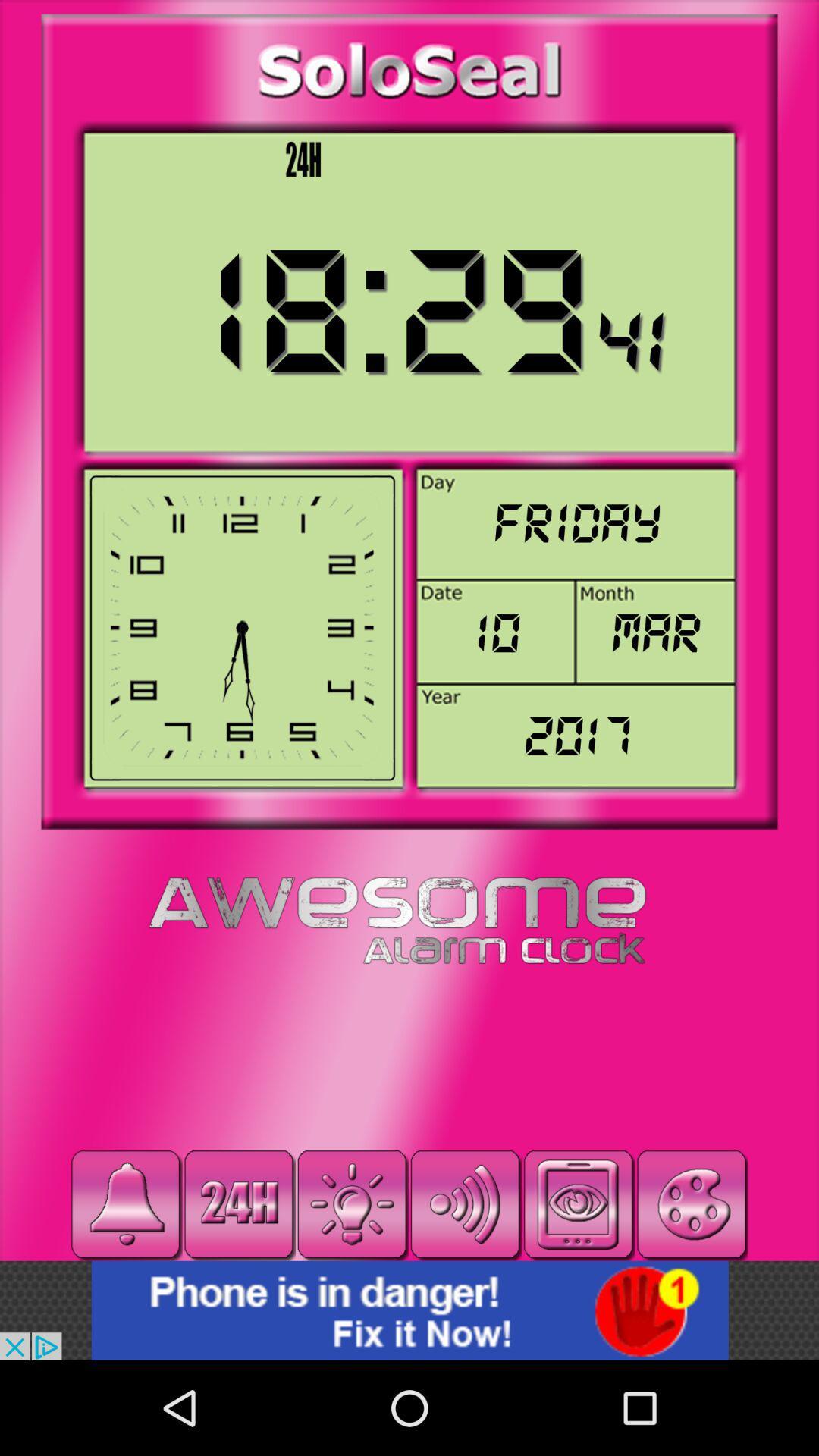 The width and height of the screenshot is (819, 1456). What do you see at coordinates (352, 1203) in the screenshot?
I see `change brightness` at bounding box center [352, 1203].